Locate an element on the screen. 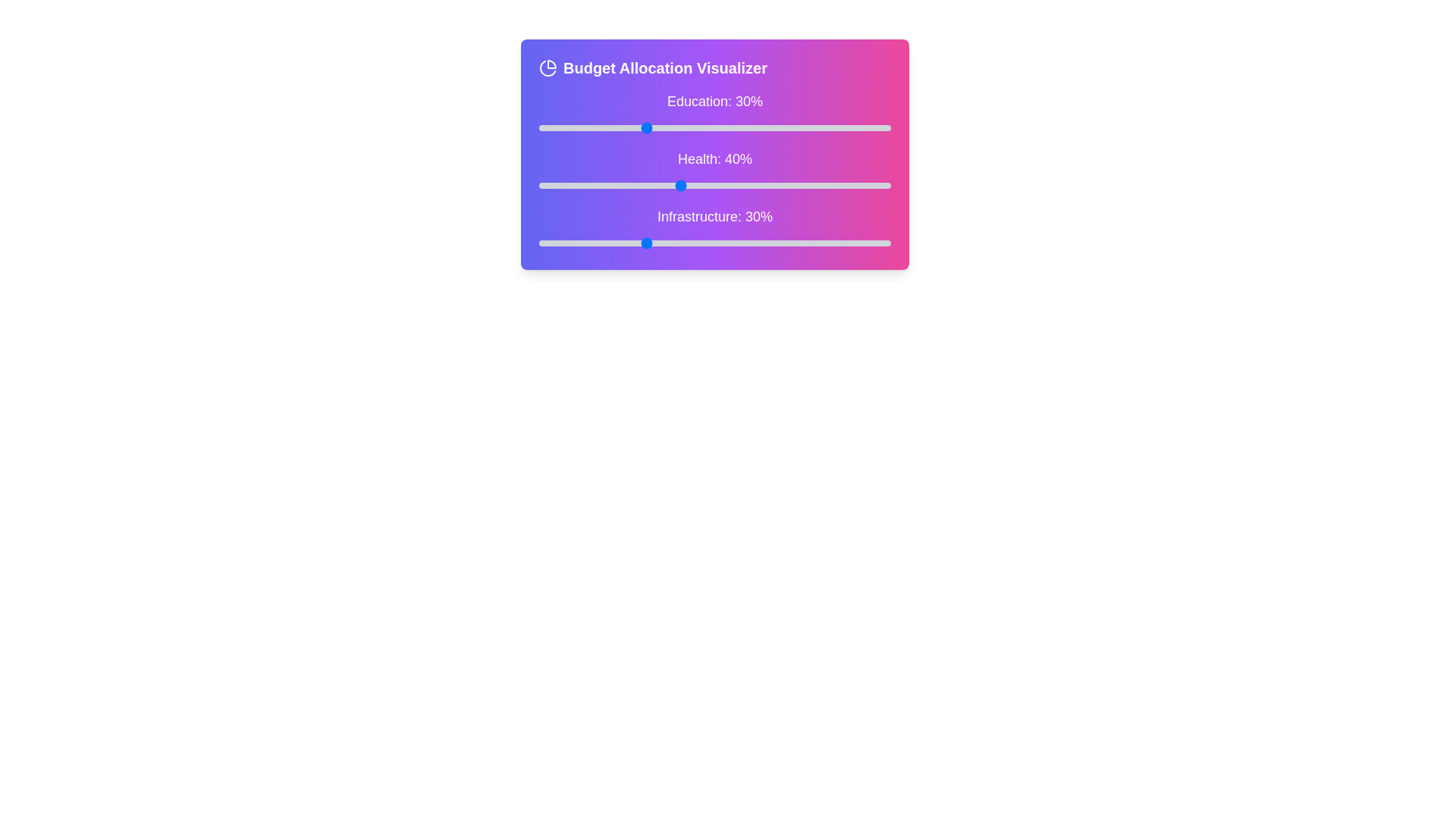 The width and height of the screenshot is (1456, 819). the slider track of the 'Health: 40%' component located in the second section of the 'Budget Allocation Visualizer' layout is located at coordinates (714, 171).